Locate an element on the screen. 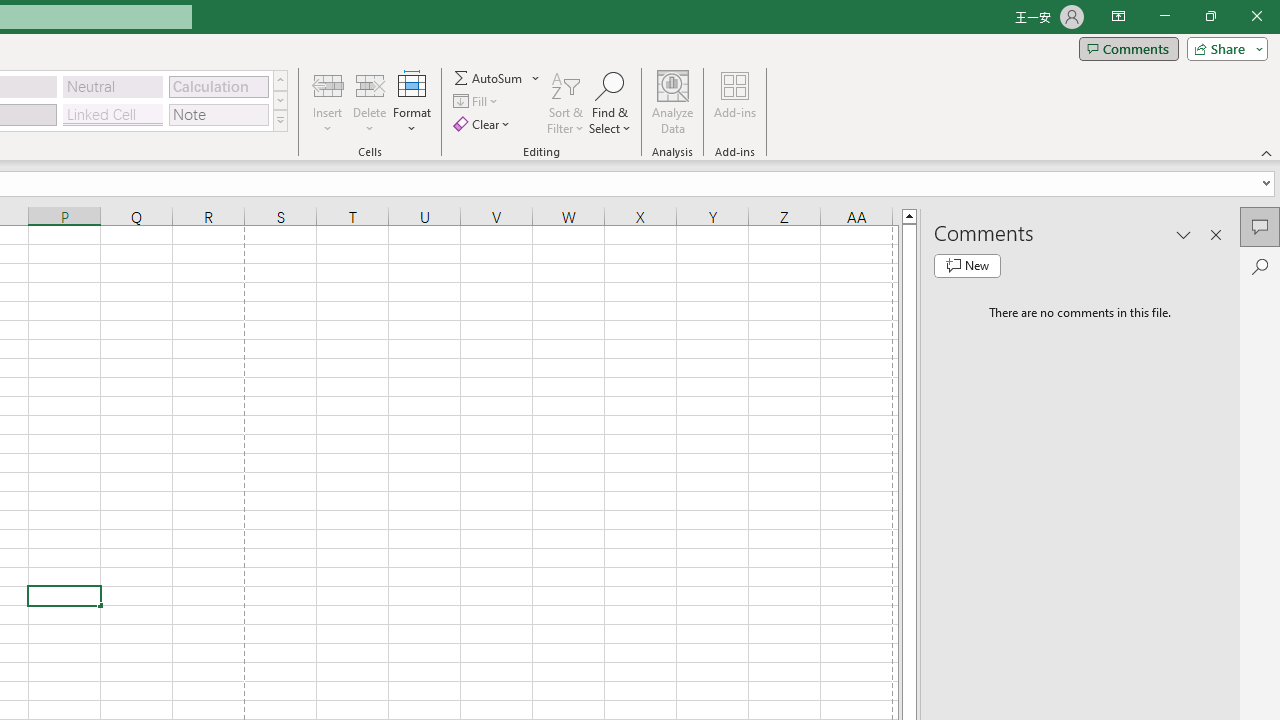  'Comments' is located at coordinates (1128, 47).